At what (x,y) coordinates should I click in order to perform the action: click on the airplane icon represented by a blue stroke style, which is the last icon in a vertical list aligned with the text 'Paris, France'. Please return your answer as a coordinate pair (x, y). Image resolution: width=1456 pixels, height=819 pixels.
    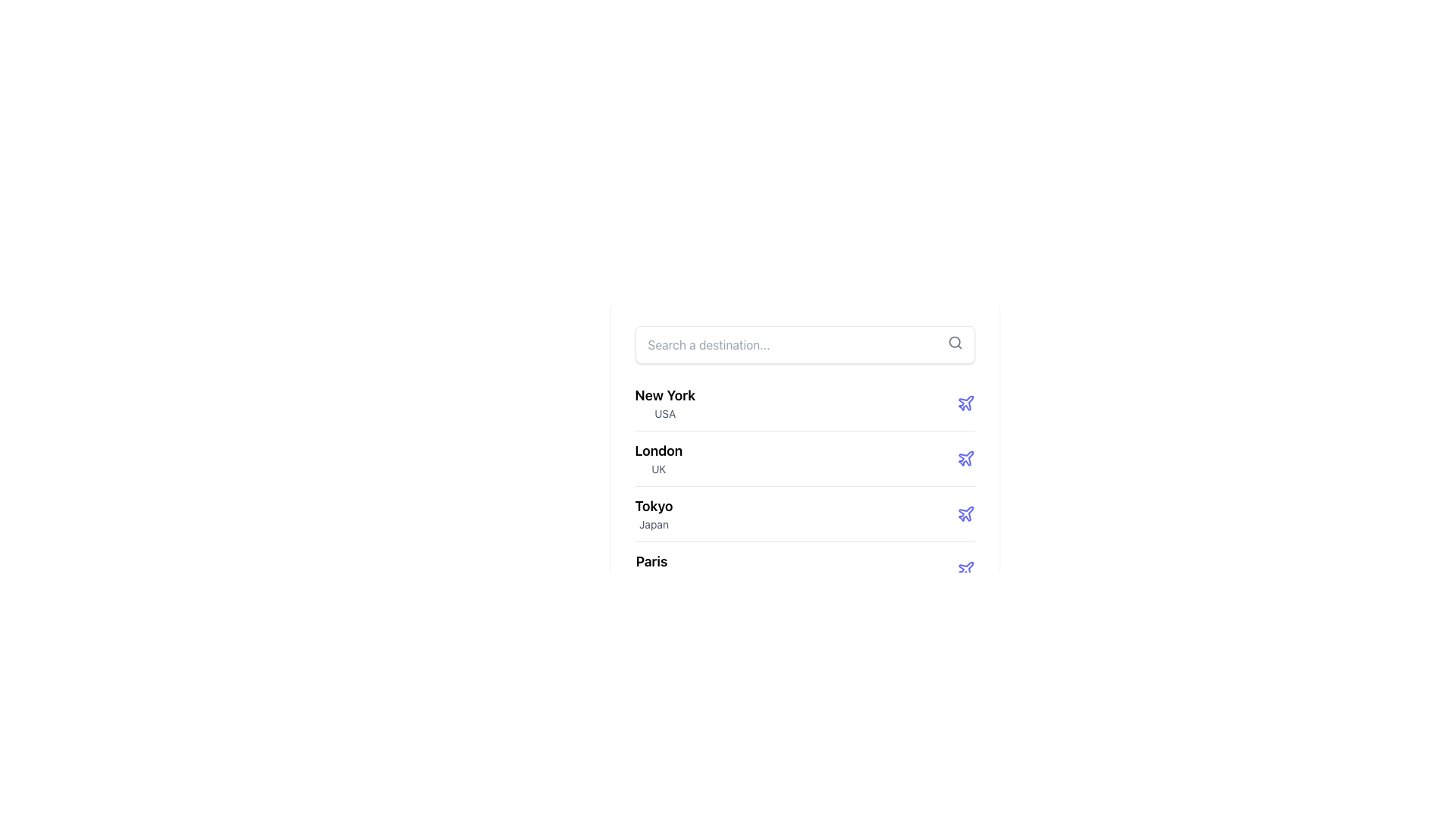
    Looking at the image, I should click on (965, 569).